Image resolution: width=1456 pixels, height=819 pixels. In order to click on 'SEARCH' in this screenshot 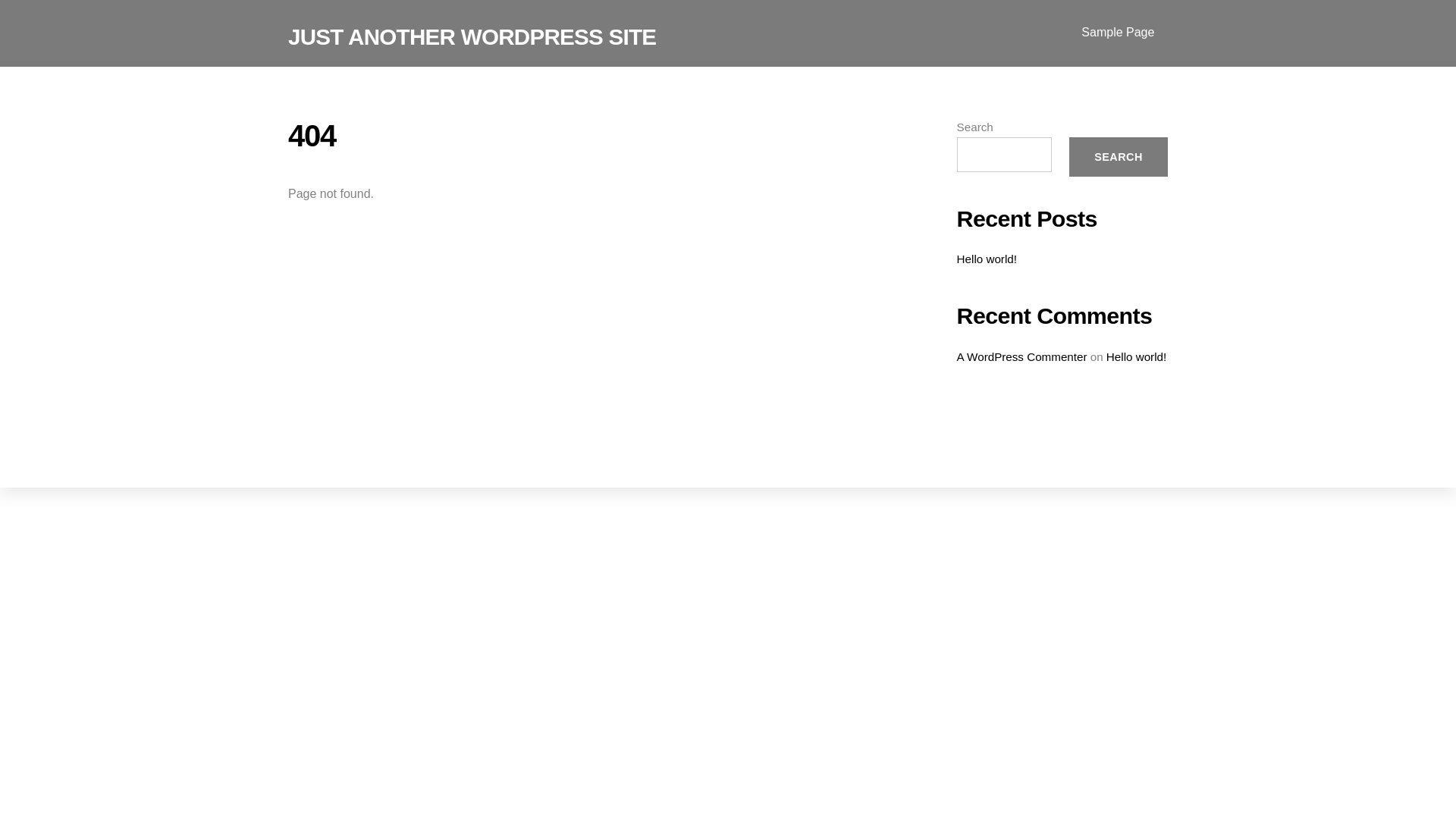, I will do `click(1118, 157)`.